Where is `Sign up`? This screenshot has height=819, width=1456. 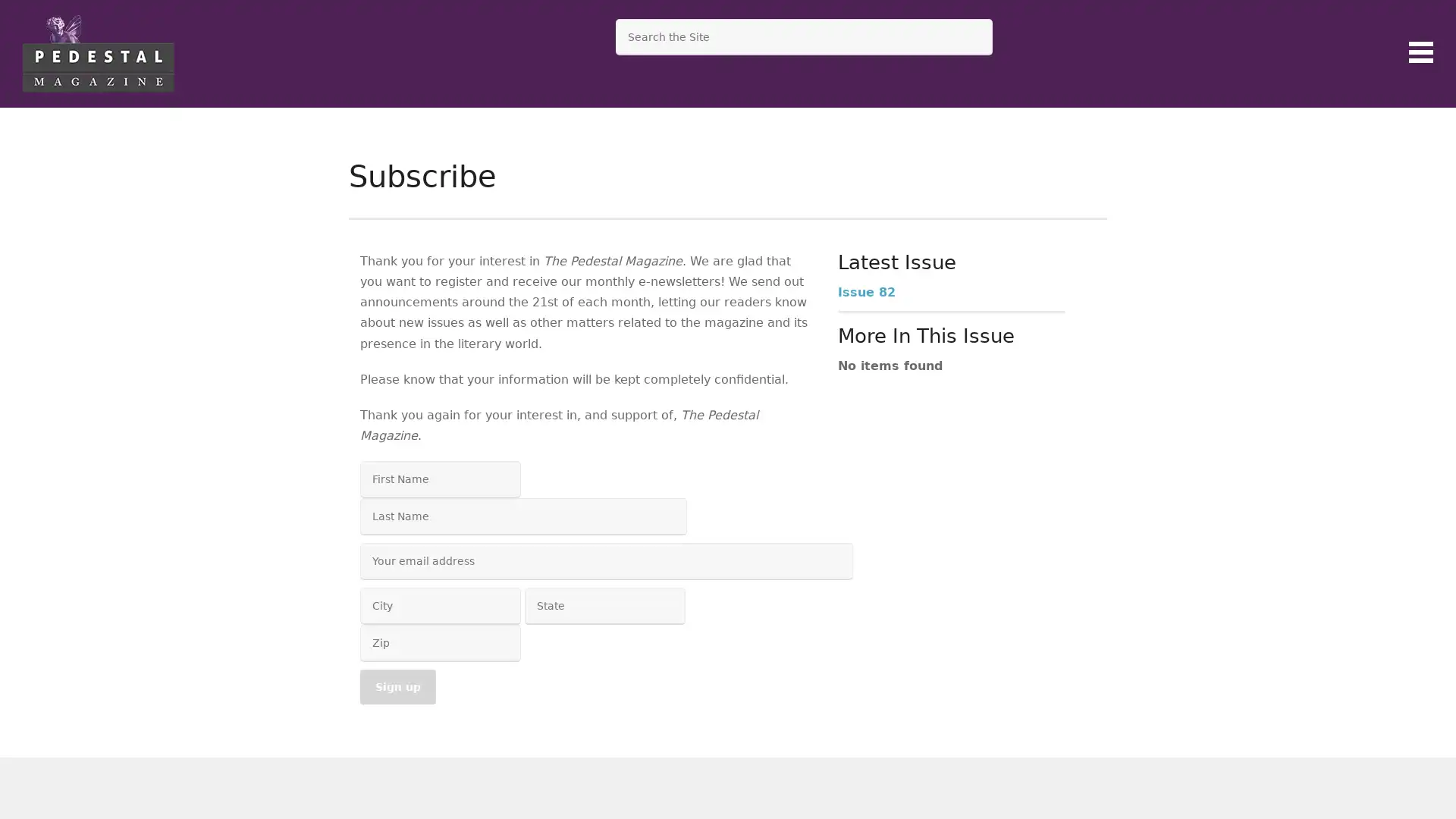
Sign up is located at coordinates (397, 687).